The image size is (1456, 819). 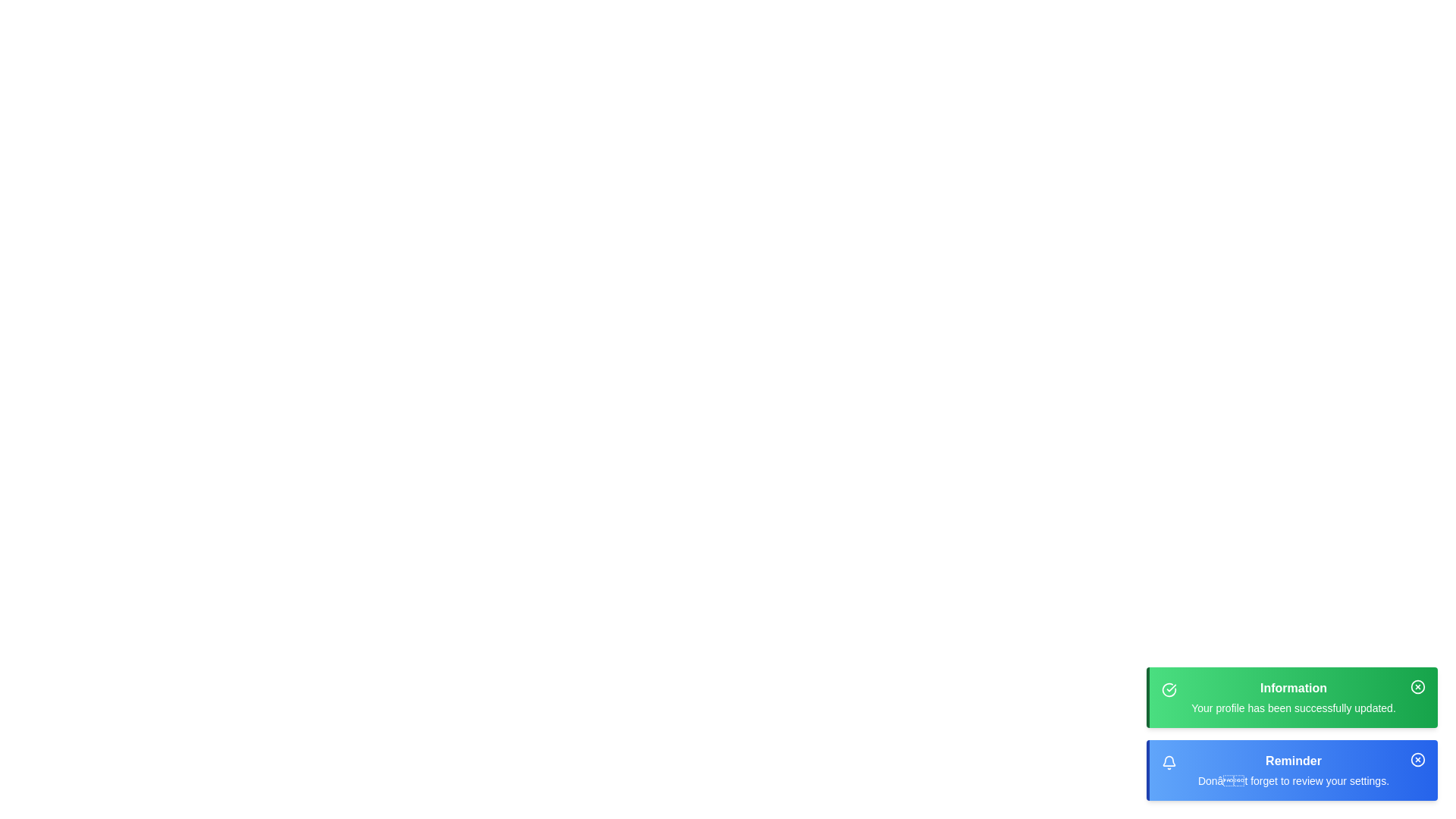 I want to click on the circular part of the 'close' button icon located at the top-right corner of the blue 'Reminder' notification bar, so click(x=1417, y=760).